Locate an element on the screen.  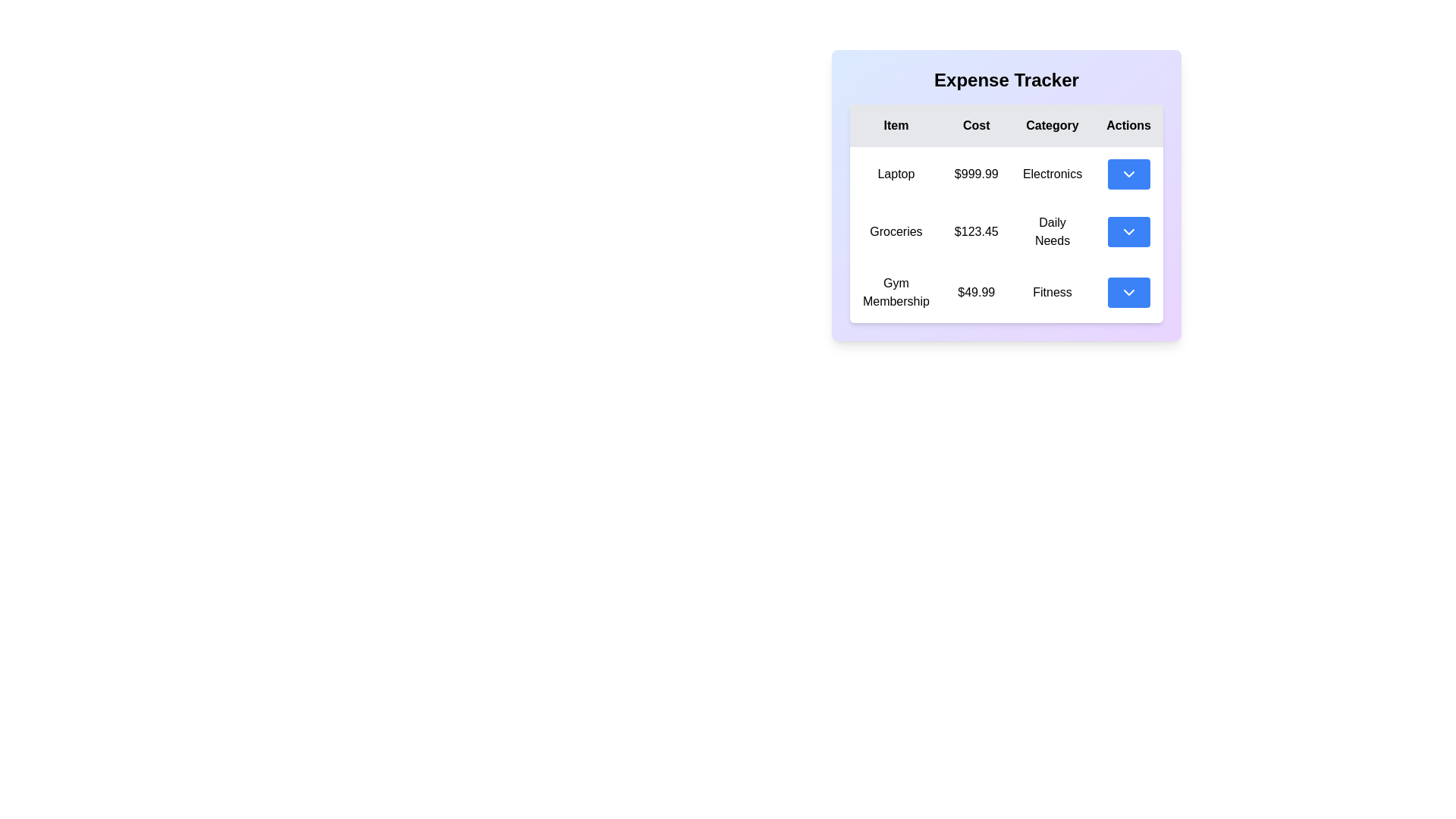
the static text label representing the cost value for 'Gym Membership' located in the third row under the 'Cost' column of the data table is located at coordinates (976, 292).